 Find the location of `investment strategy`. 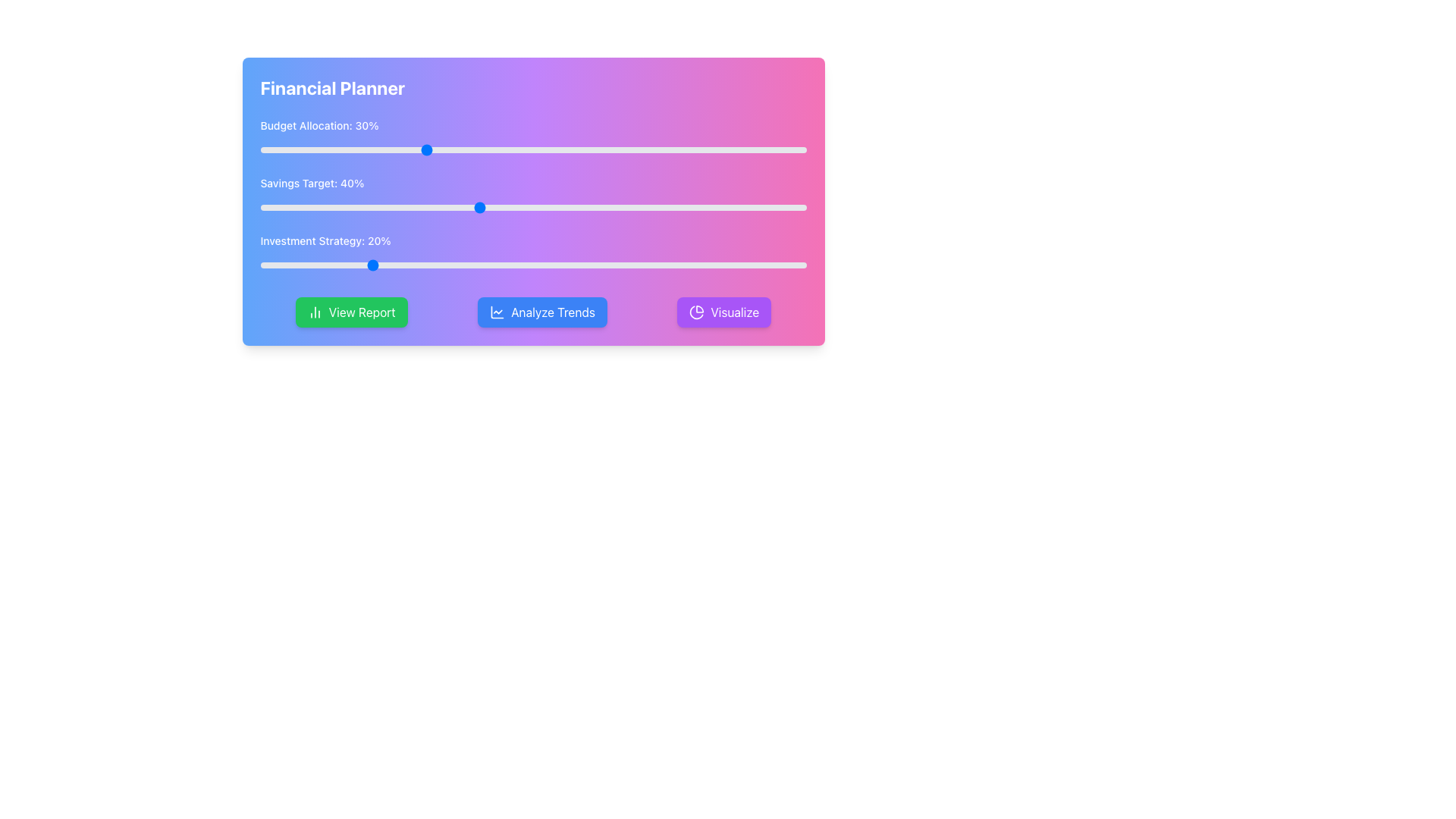

investment strategy is located at coordinates (696, 265).